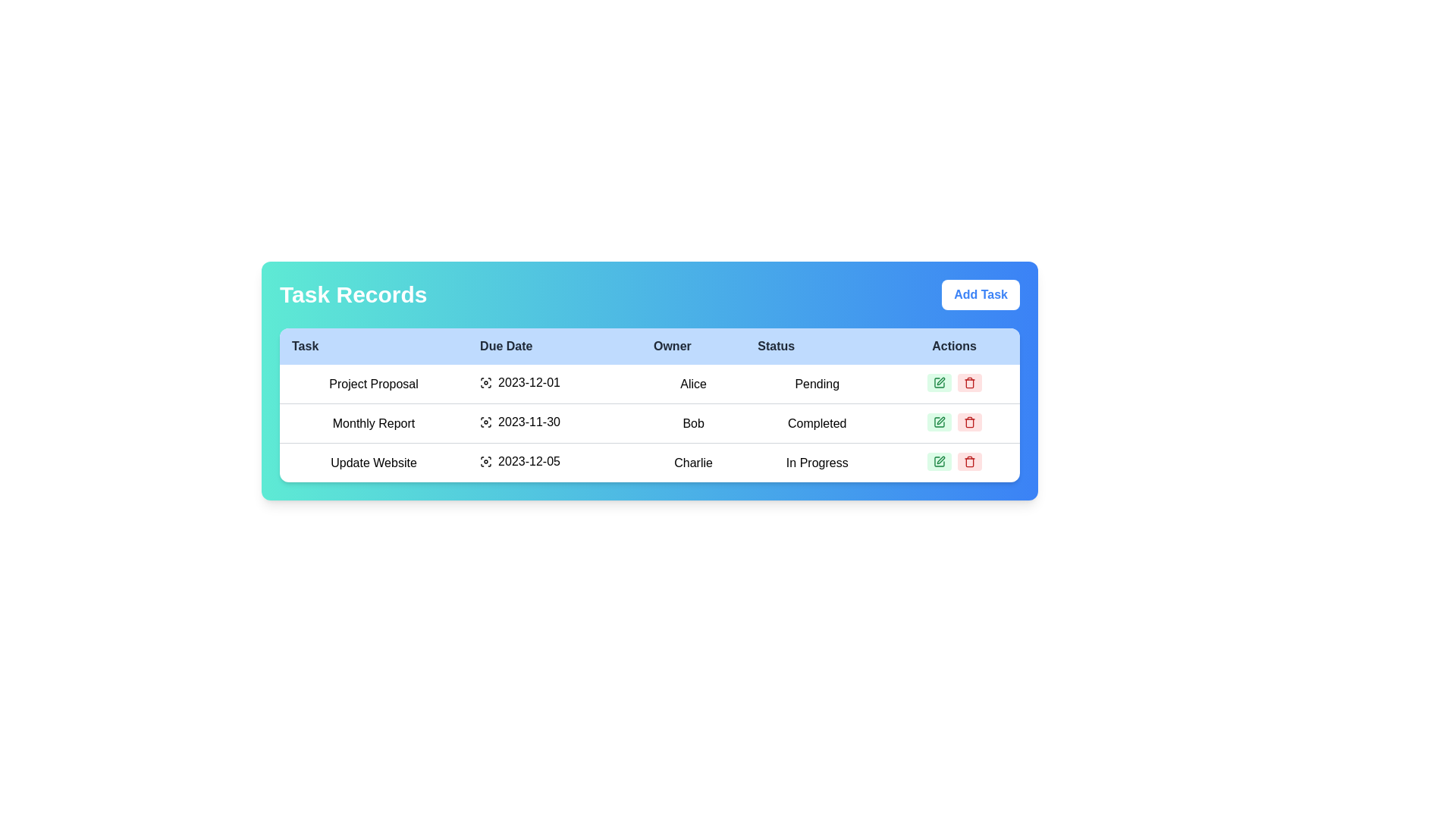 Image resolution: width=1456 pixels, height=819 pixels. Describe the element at coordinates (938, 461) in the screenshot. I see `the square-shaped icon with rounded corners in the 'Actions' column of the last row in the table` at that location.